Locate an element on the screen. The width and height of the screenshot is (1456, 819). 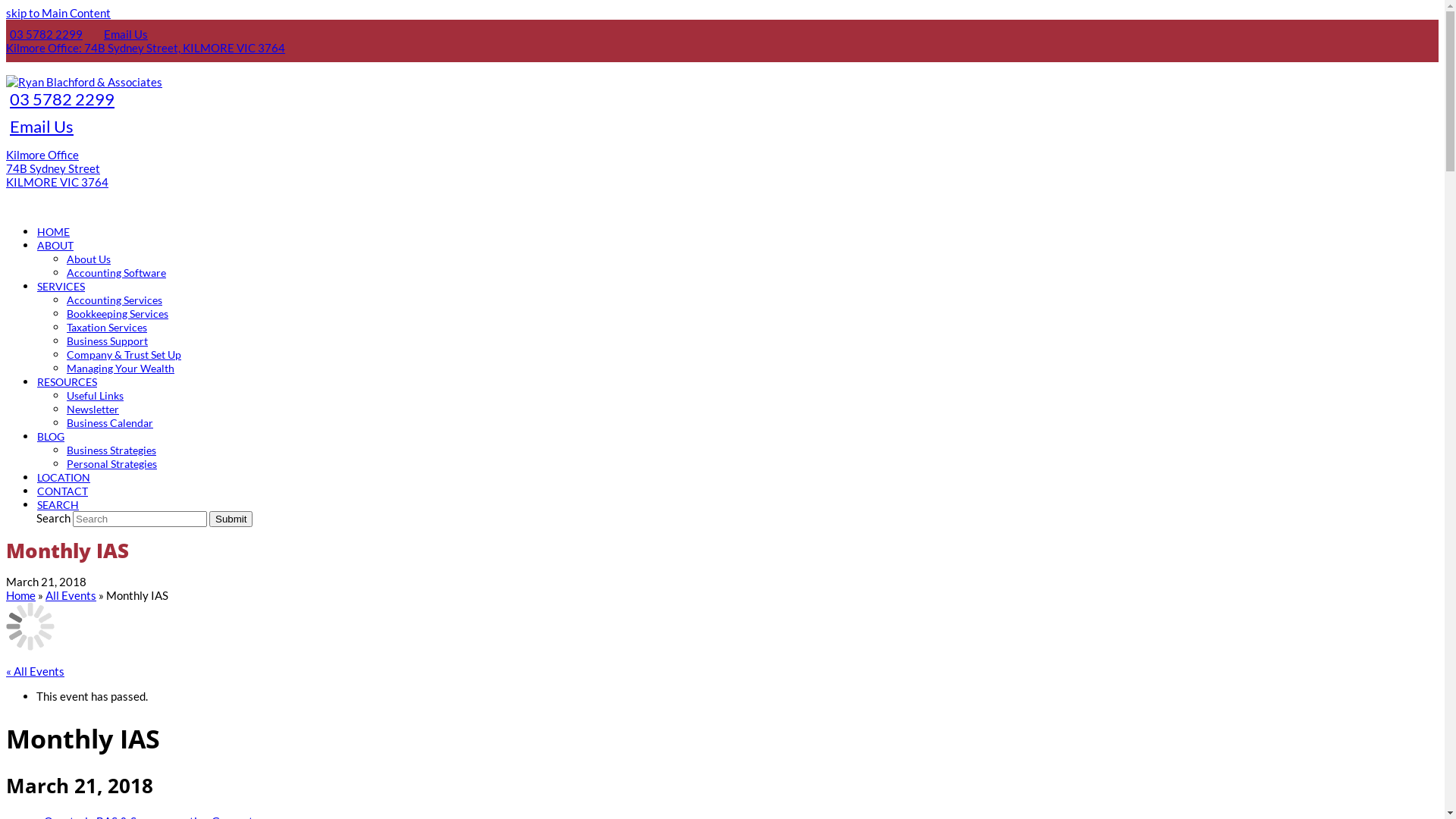
'Business Strategies' is located at coordinates (111, 449).